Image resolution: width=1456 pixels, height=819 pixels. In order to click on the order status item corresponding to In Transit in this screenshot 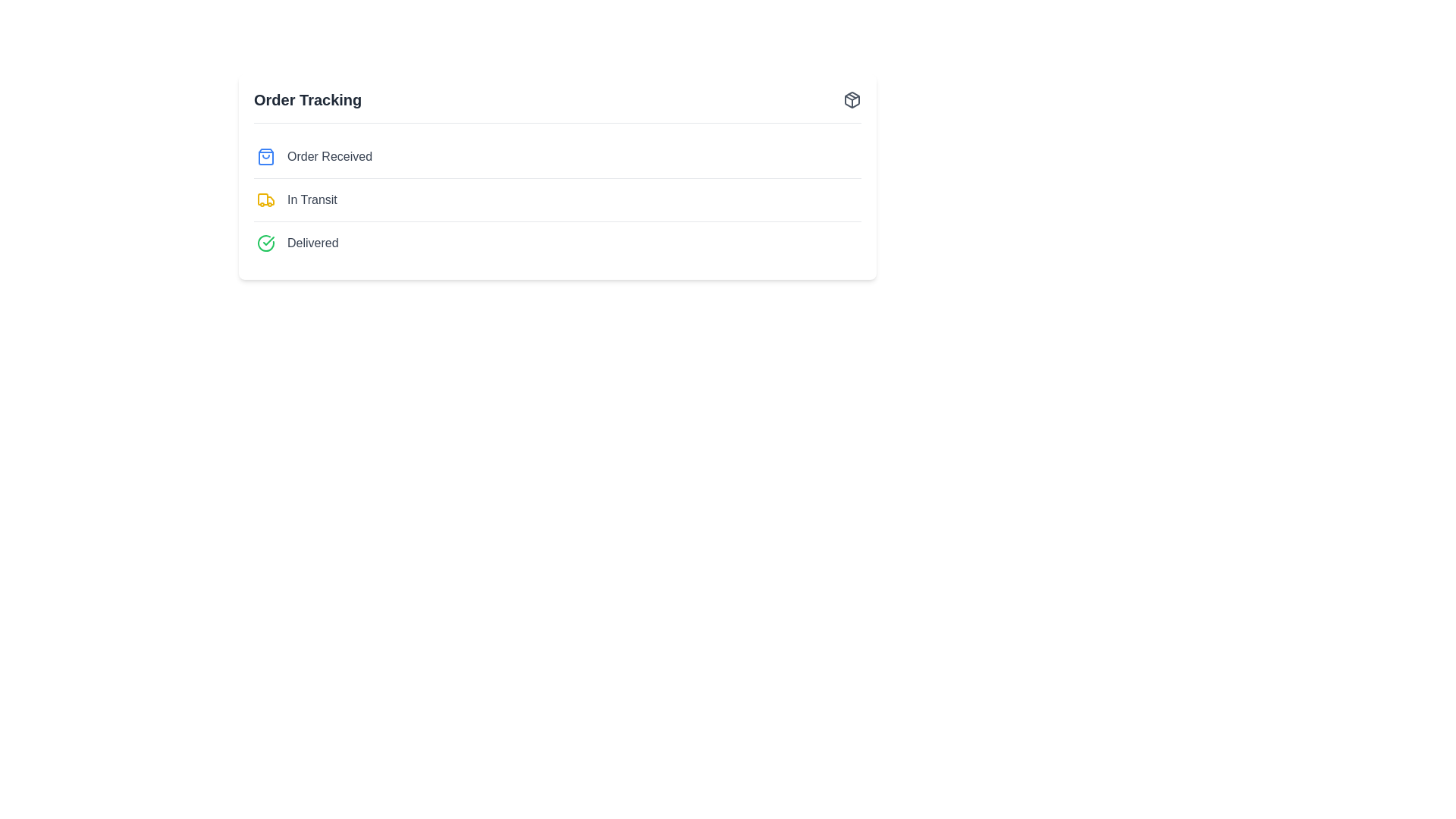, I will do `click(311, 199)`.